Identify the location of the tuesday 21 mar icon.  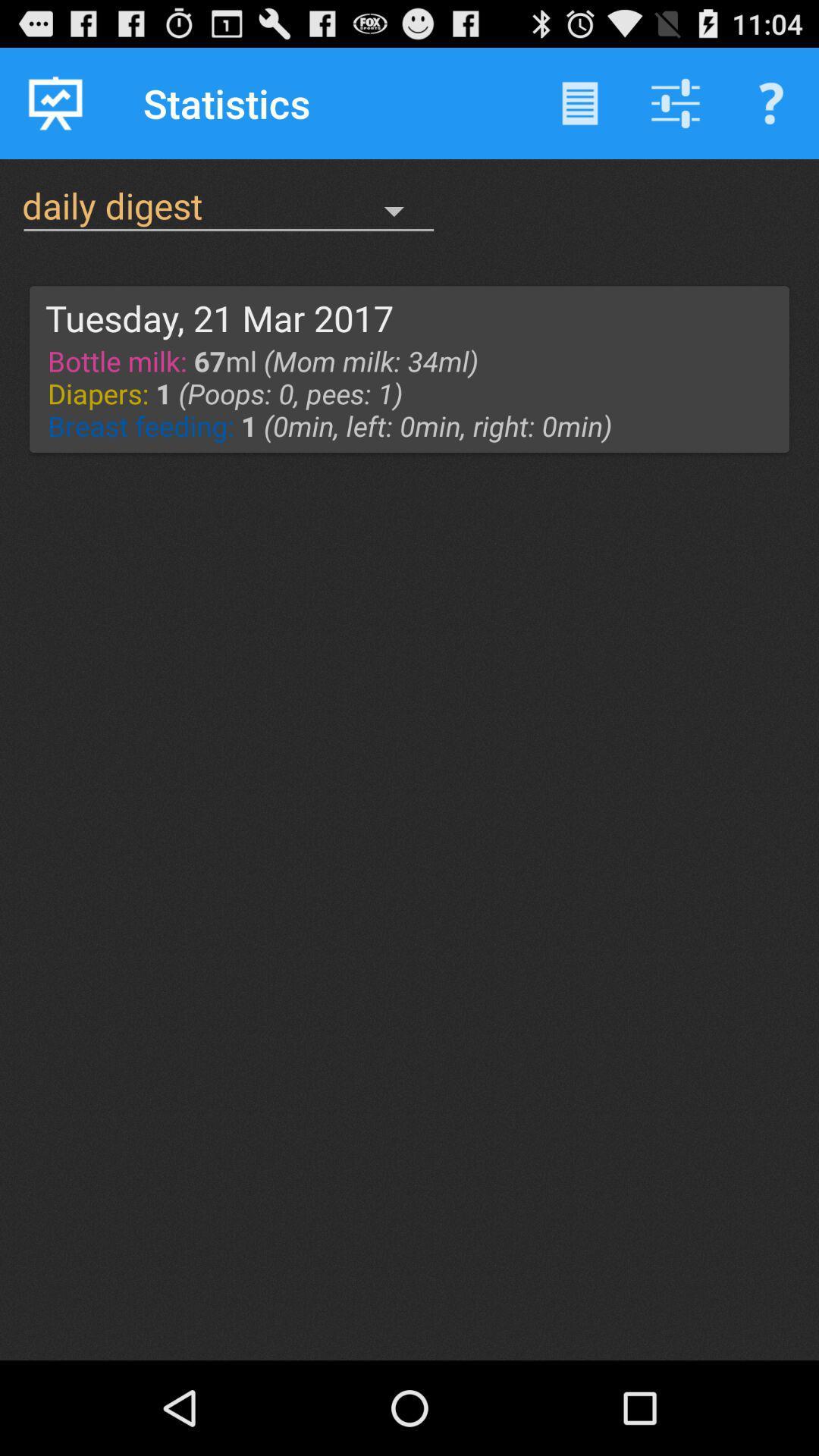
(219, 317).